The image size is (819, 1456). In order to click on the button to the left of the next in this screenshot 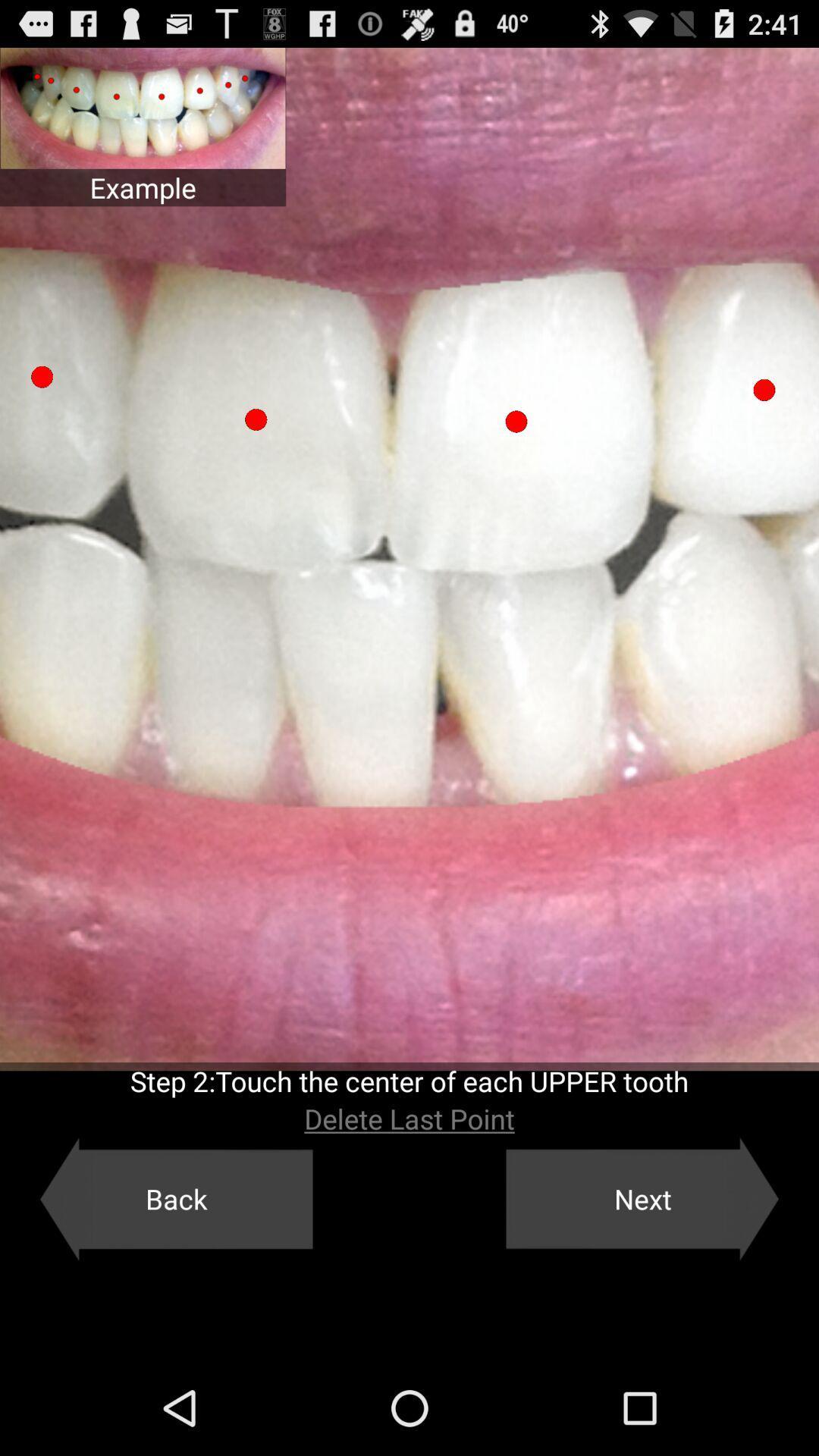, I will do `click(175, 1198)`.